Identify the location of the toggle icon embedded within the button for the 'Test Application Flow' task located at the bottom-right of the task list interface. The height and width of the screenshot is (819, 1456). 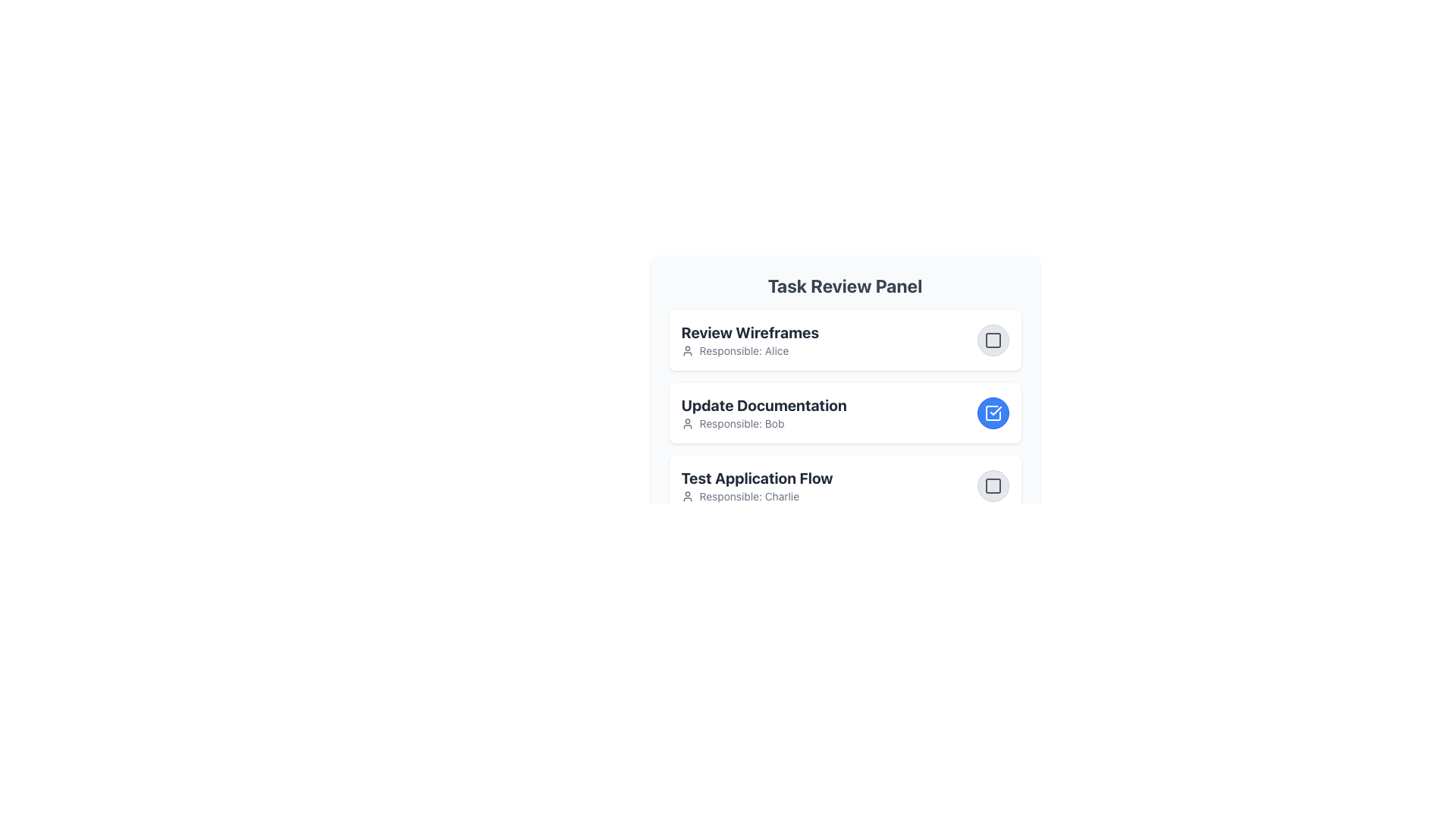
(993, 485).